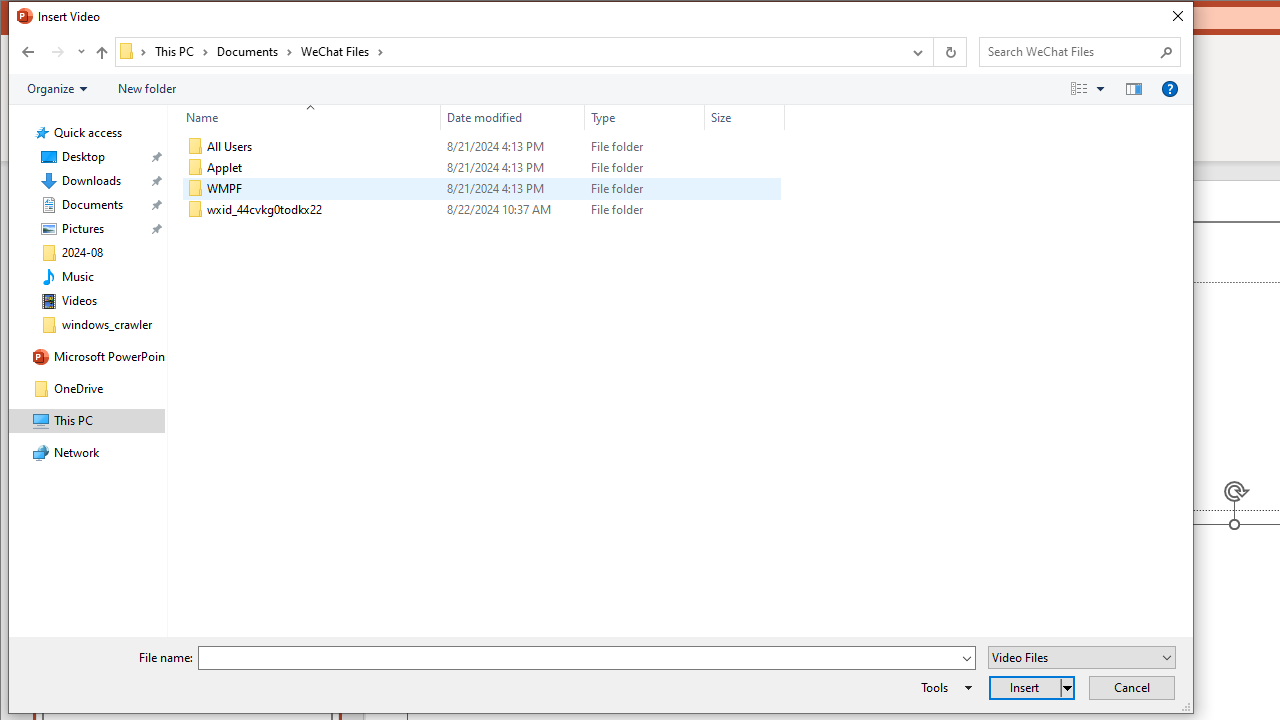 Image resolution: width=1280 pixels, height=720 pixels. What do you see at coordinates (481, 189) in the screenshot?
I see `'WMPF'` at bounding box center [481, 189].